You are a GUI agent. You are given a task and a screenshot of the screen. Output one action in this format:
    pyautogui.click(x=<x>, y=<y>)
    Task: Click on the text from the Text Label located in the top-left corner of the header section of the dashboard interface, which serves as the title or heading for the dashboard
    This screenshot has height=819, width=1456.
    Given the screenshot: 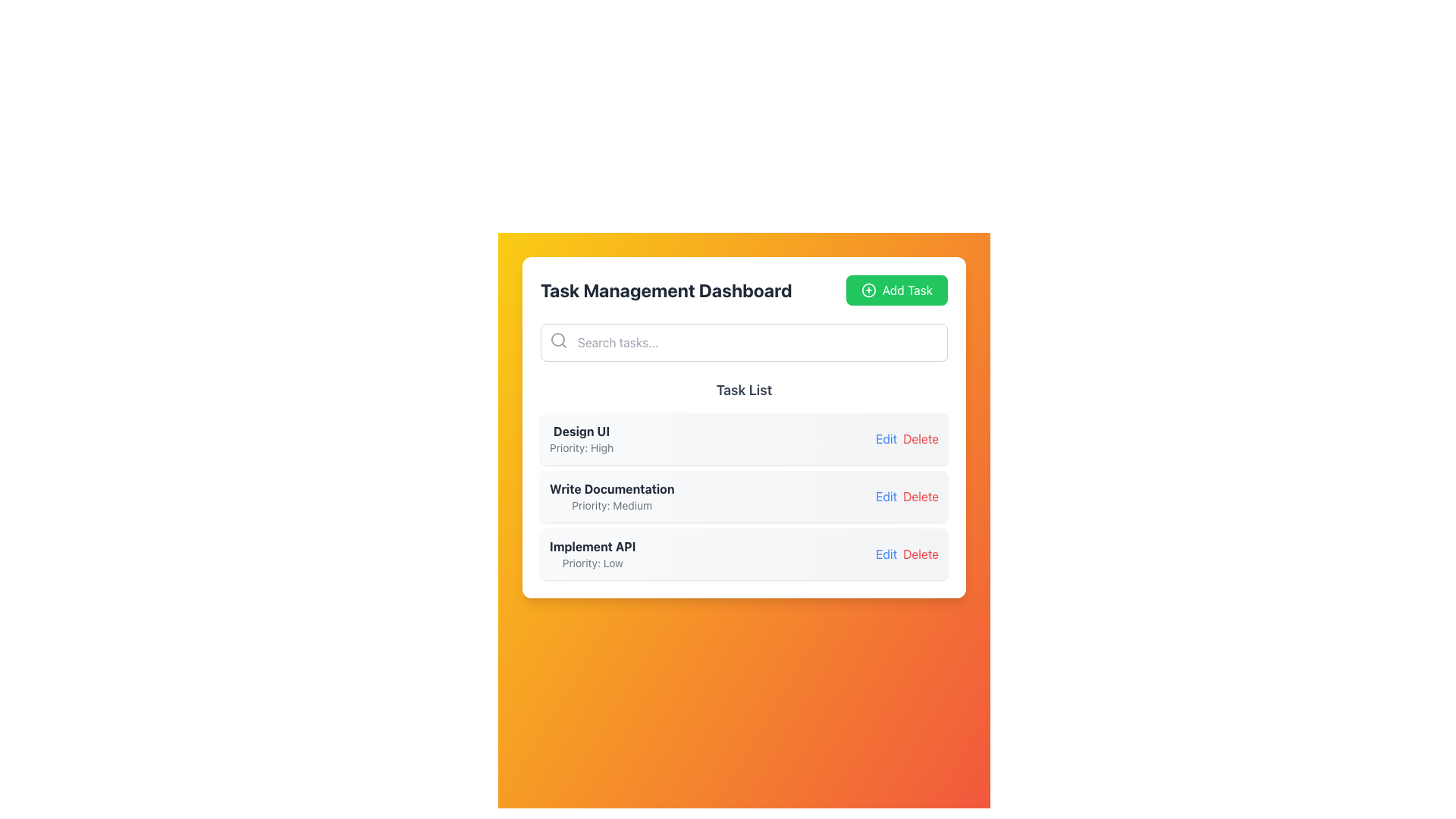 What is the action you would take?
    pyautogui.click(x=666, y=290)
    